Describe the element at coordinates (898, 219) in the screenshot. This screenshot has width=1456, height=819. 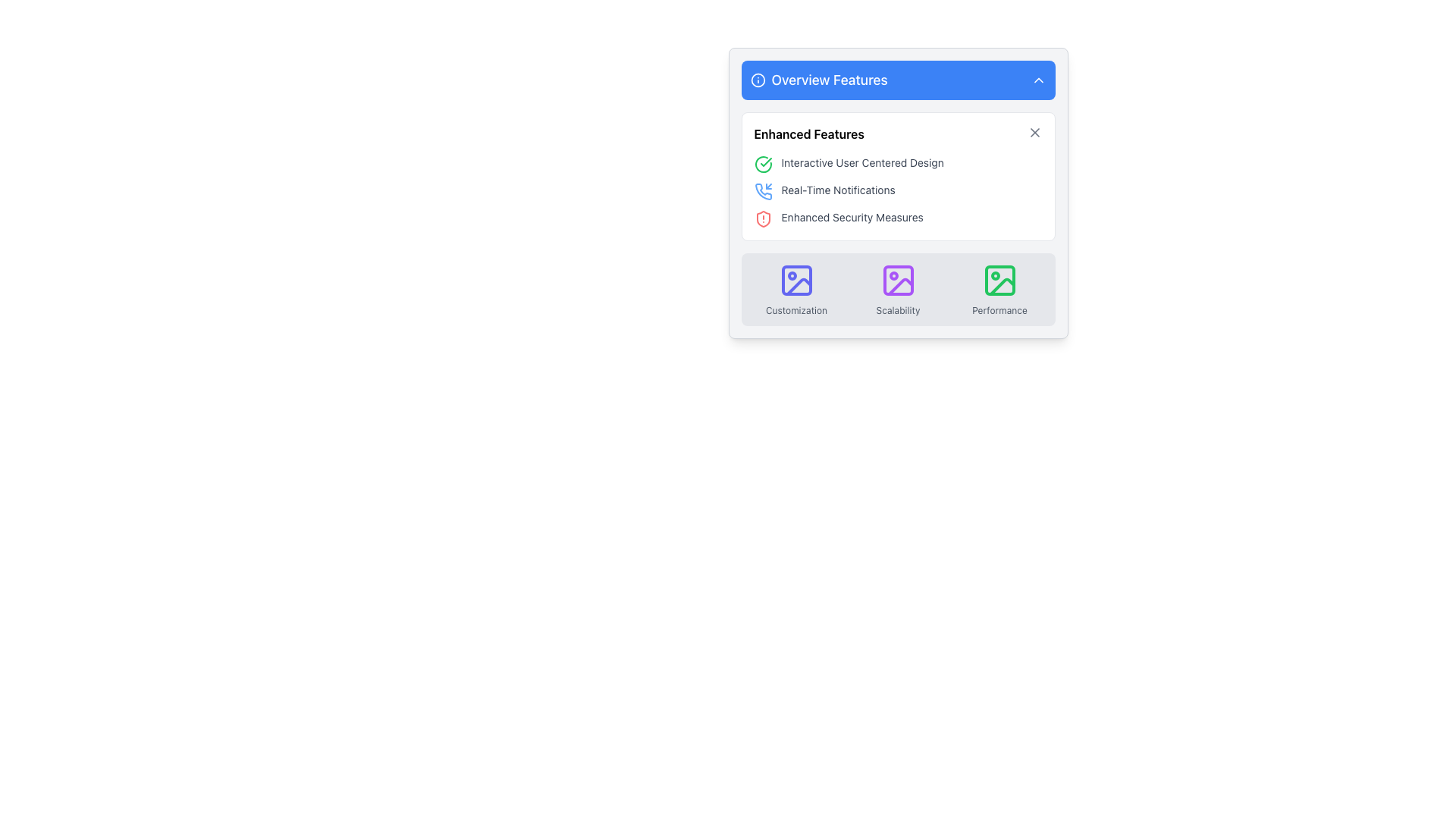
I see `the Text with icon component that features a red shield icon and the text 'Enhanced Security Measures', located in the third row of the 'Enhanced Features' list` at that location.